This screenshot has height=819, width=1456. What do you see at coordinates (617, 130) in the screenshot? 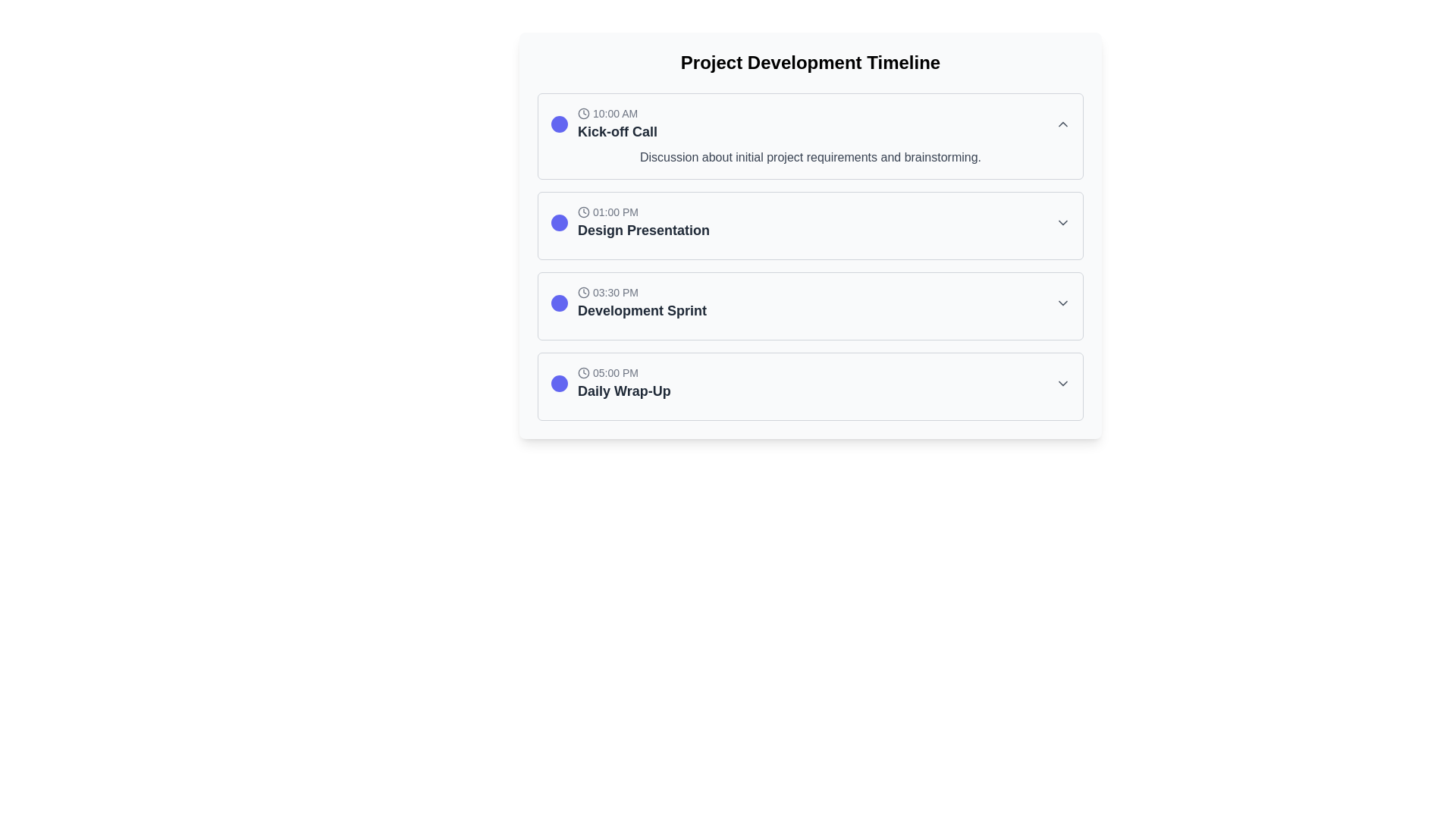
I see `the event title text element positioned below the '10:00 AM' time indicator in the timeline` at bounding box center [617, 130].